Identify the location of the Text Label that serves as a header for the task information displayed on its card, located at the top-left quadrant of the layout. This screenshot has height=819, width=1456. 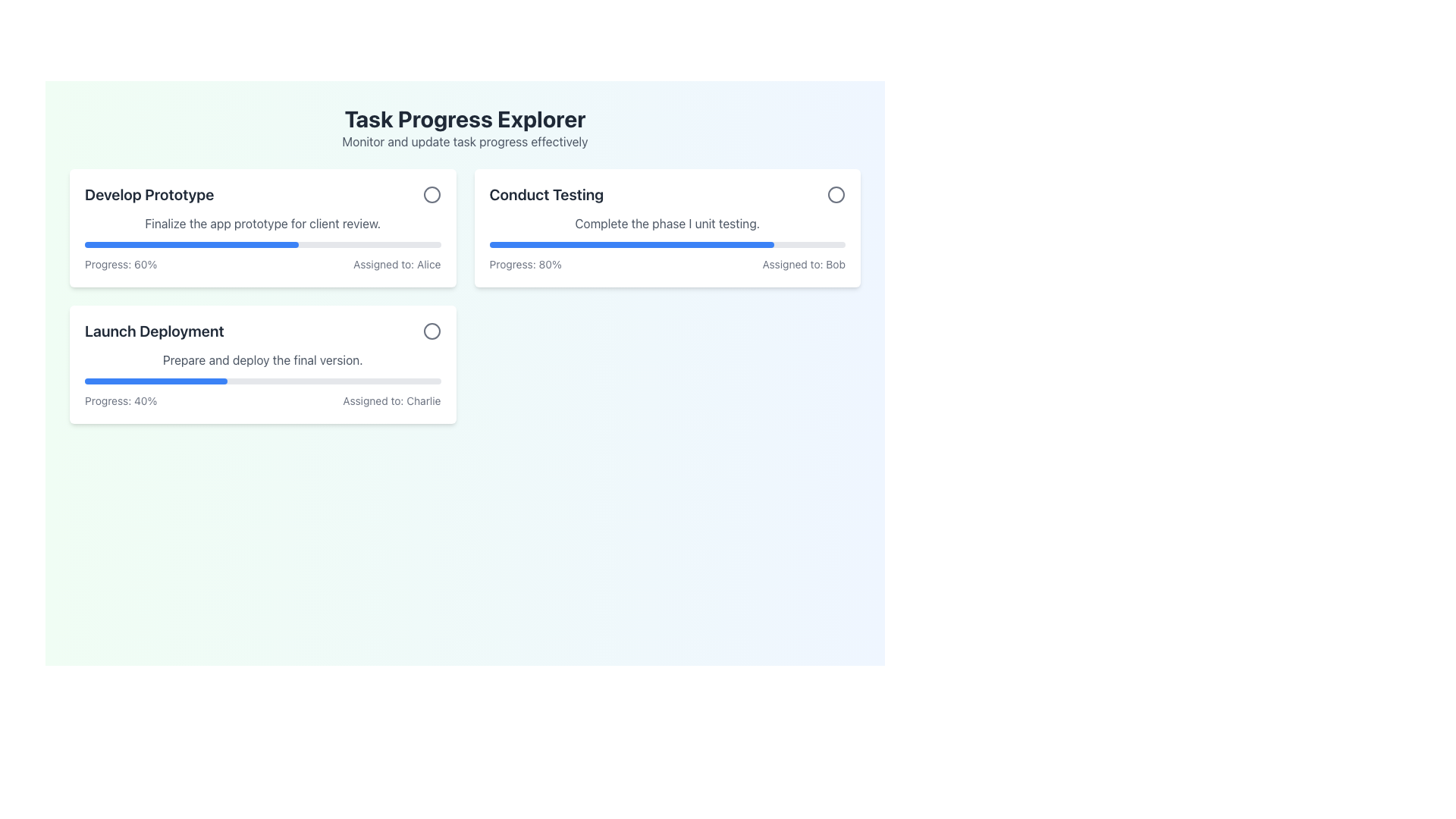
(149, 194).